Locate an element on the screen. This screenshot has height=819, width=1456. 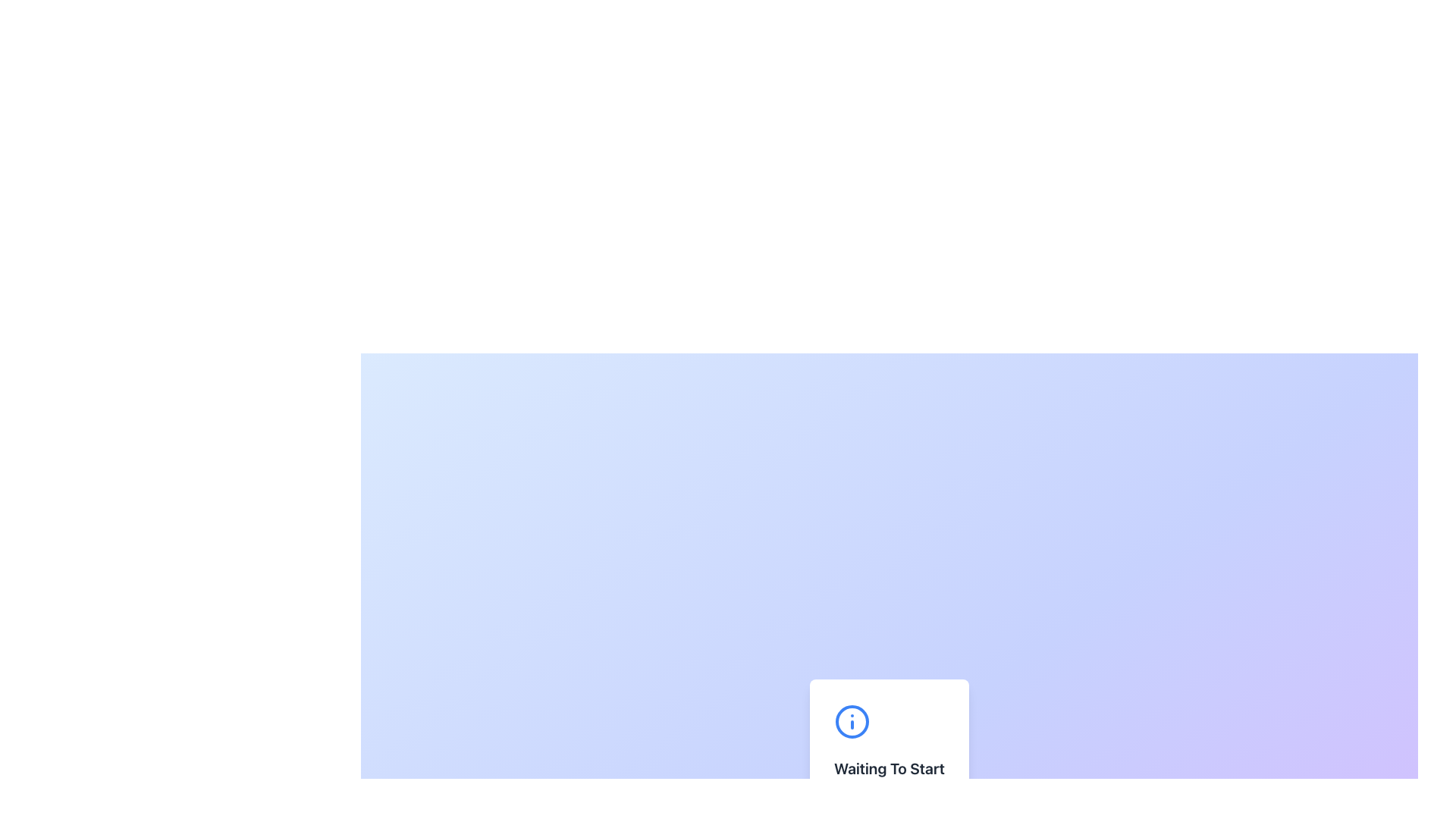
the static text element displaying 'Waiting to start', which is centrally positioned below an informational icon and above the 'Start Process' button is located at coordinates (889, 769).